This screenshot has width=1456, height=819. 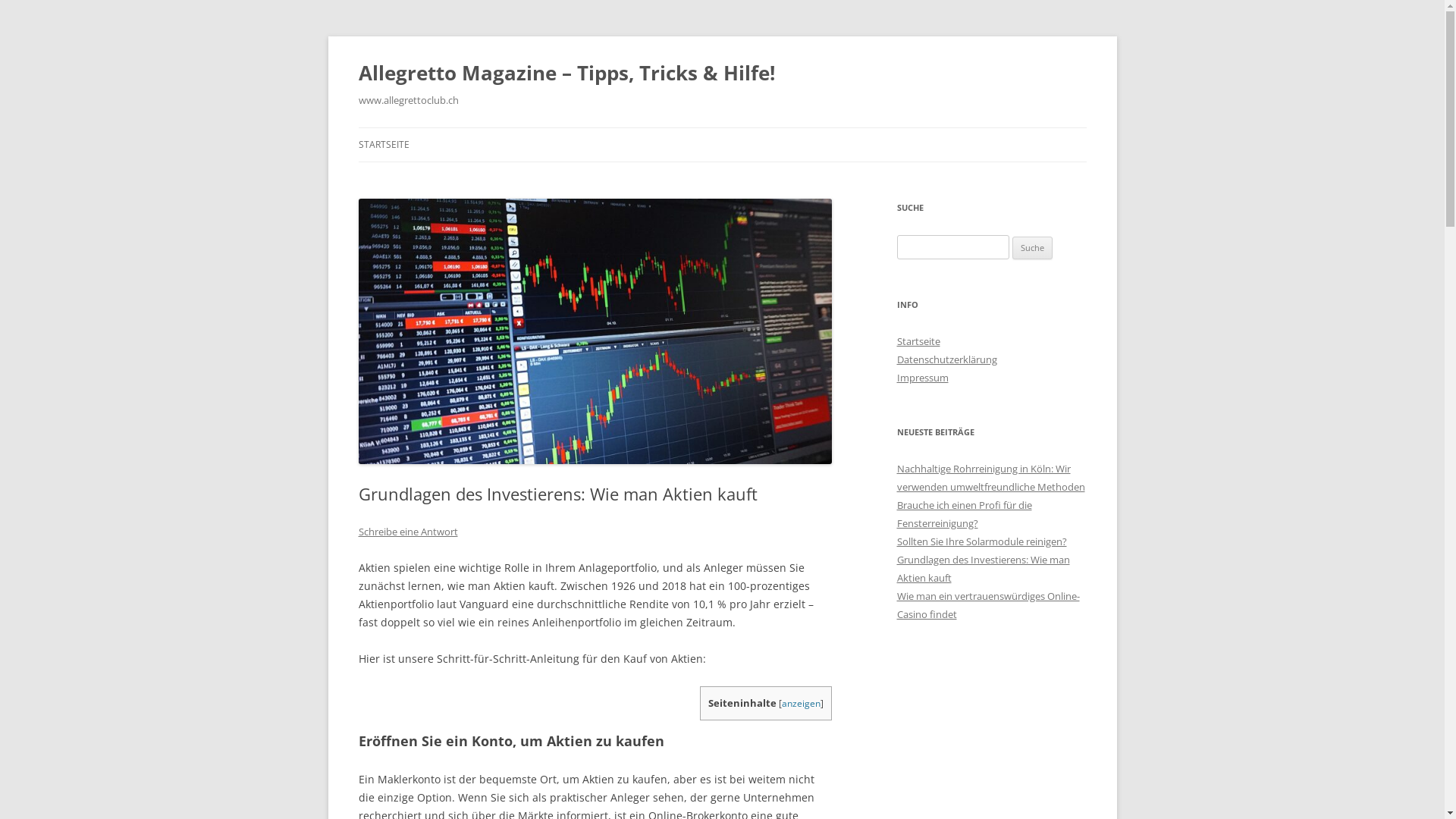 I want to click on 'STARTSEITE', so click(x=383, y=145).